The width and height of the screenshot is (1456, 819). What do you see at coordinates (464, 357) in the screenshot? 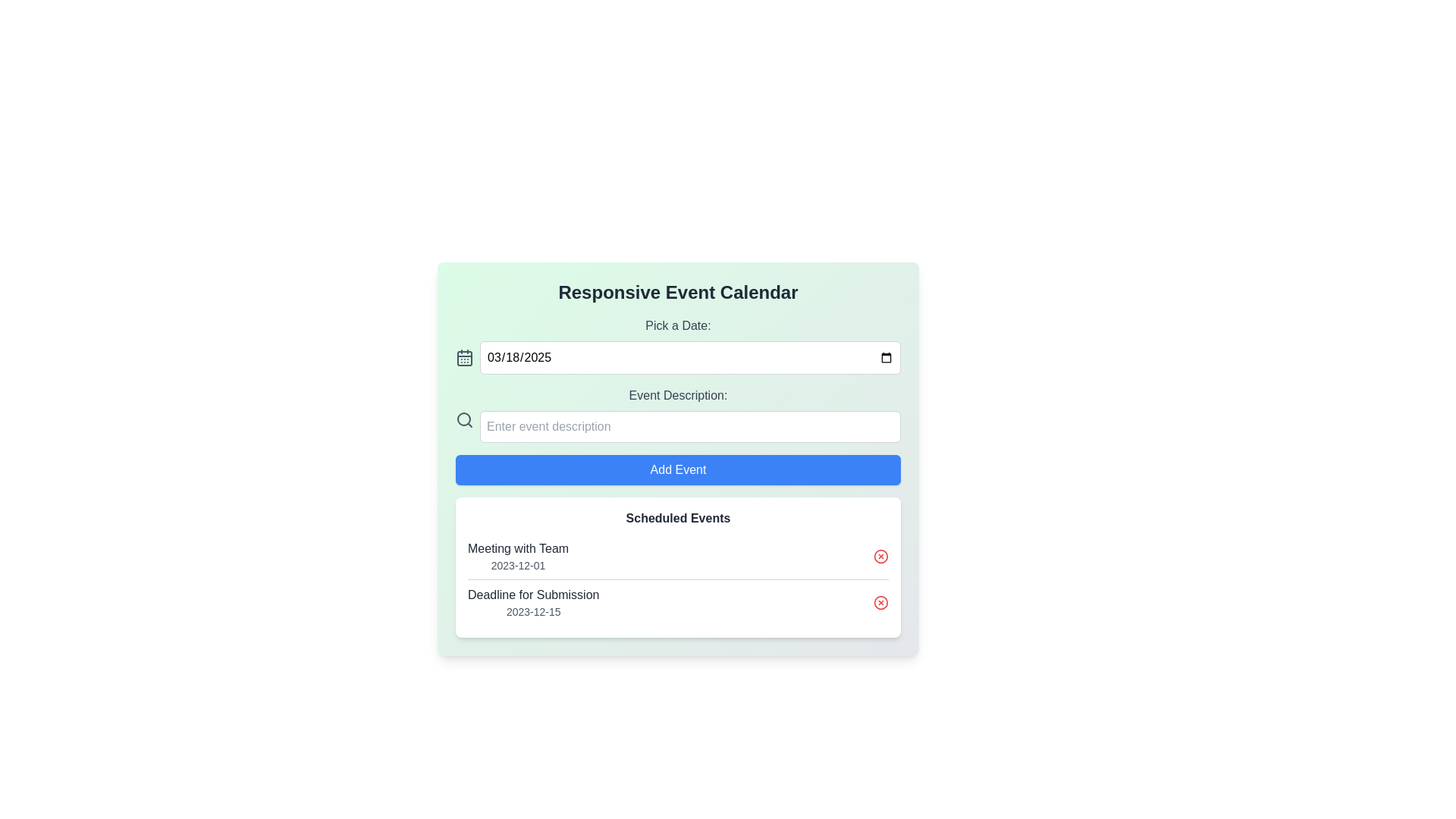
I see `the calendar icon located to the left of the date input box in the 'Pick a Date' section, which has a grayish square outline with rounded corners and resembles a calendar structure` at bounding box center [464, 357].